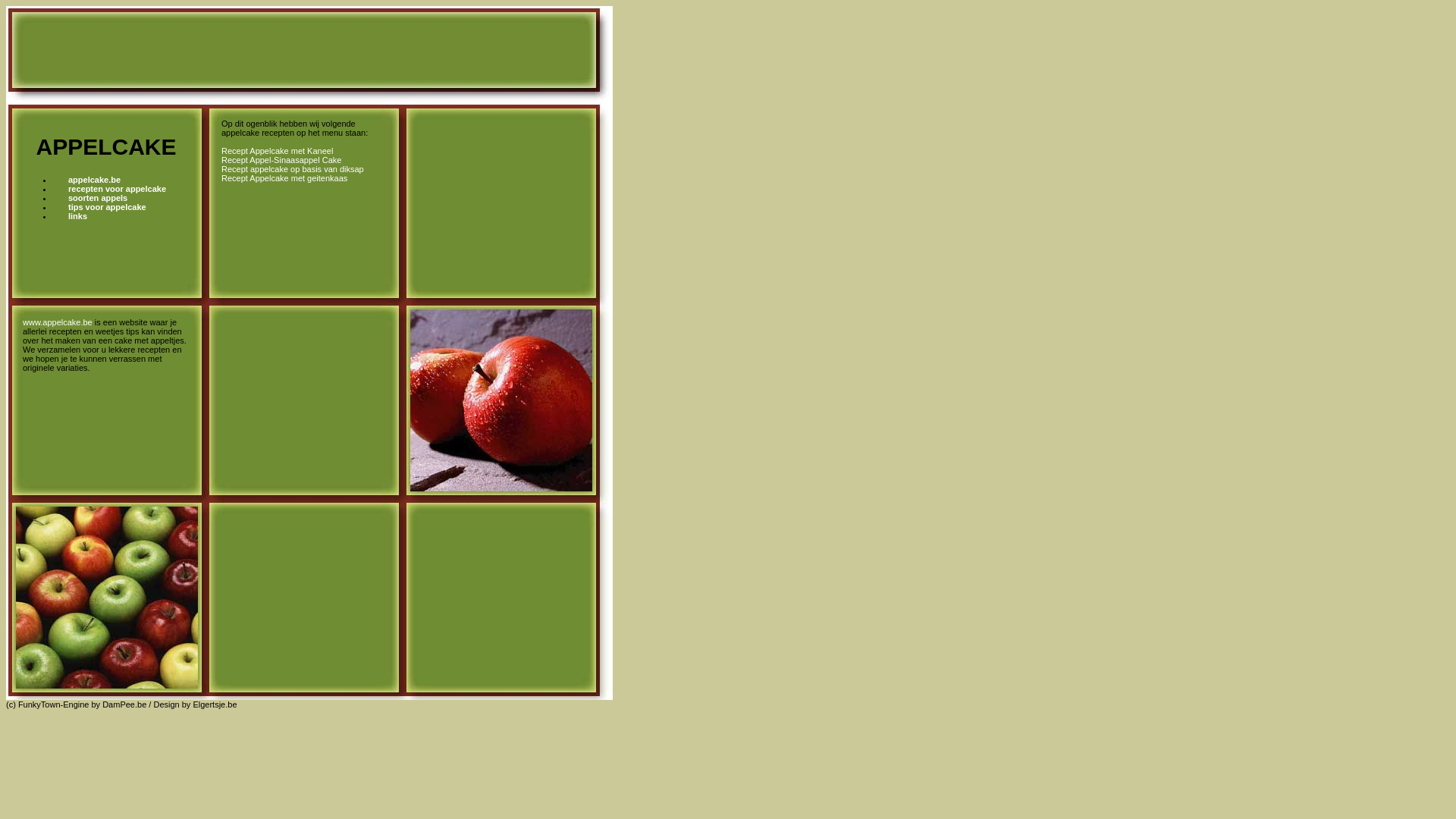  I want to click on 'Elgertsje.be', so click(192, 704).